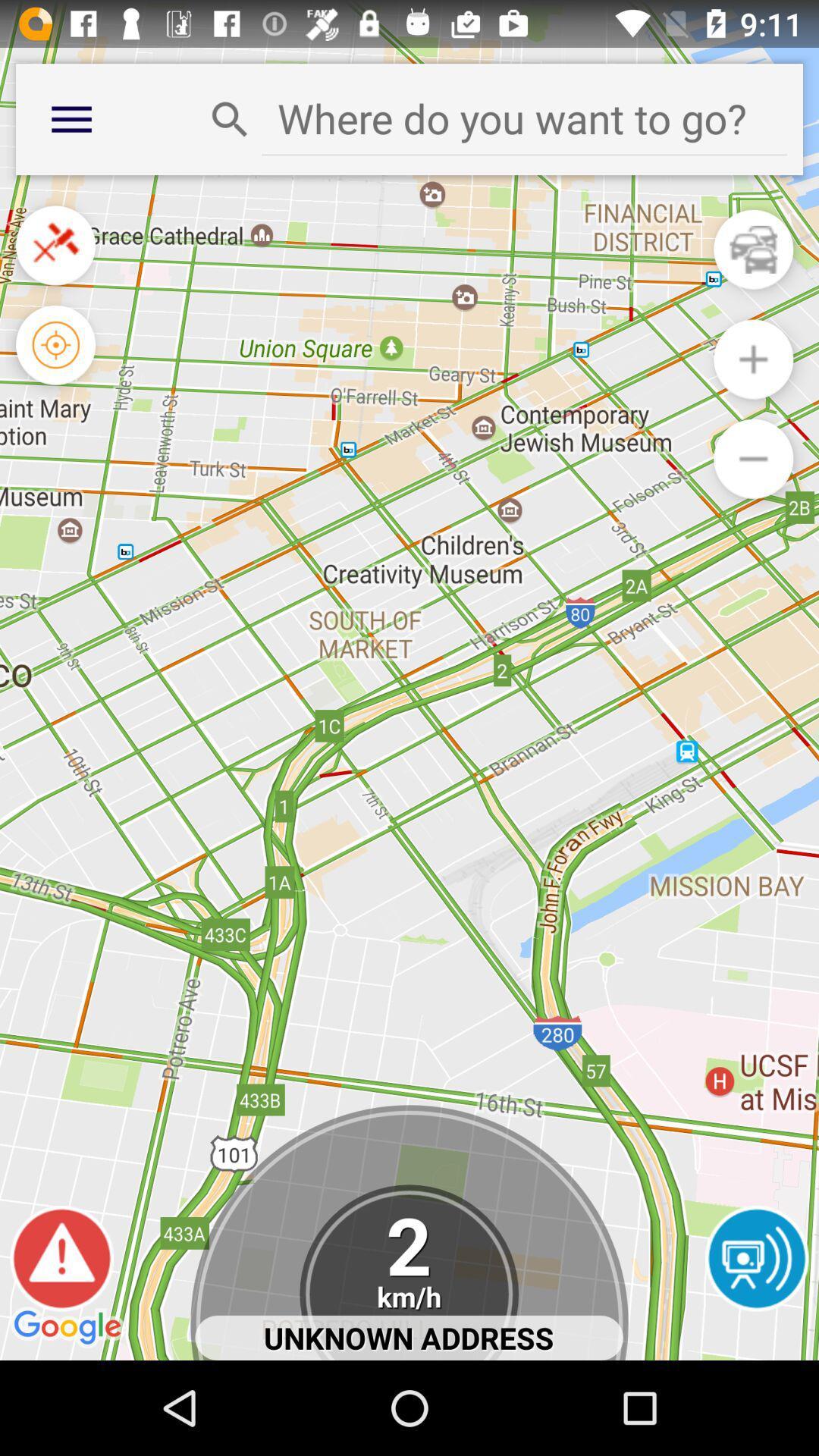  I want to click on the add icon, so click(753, 384).